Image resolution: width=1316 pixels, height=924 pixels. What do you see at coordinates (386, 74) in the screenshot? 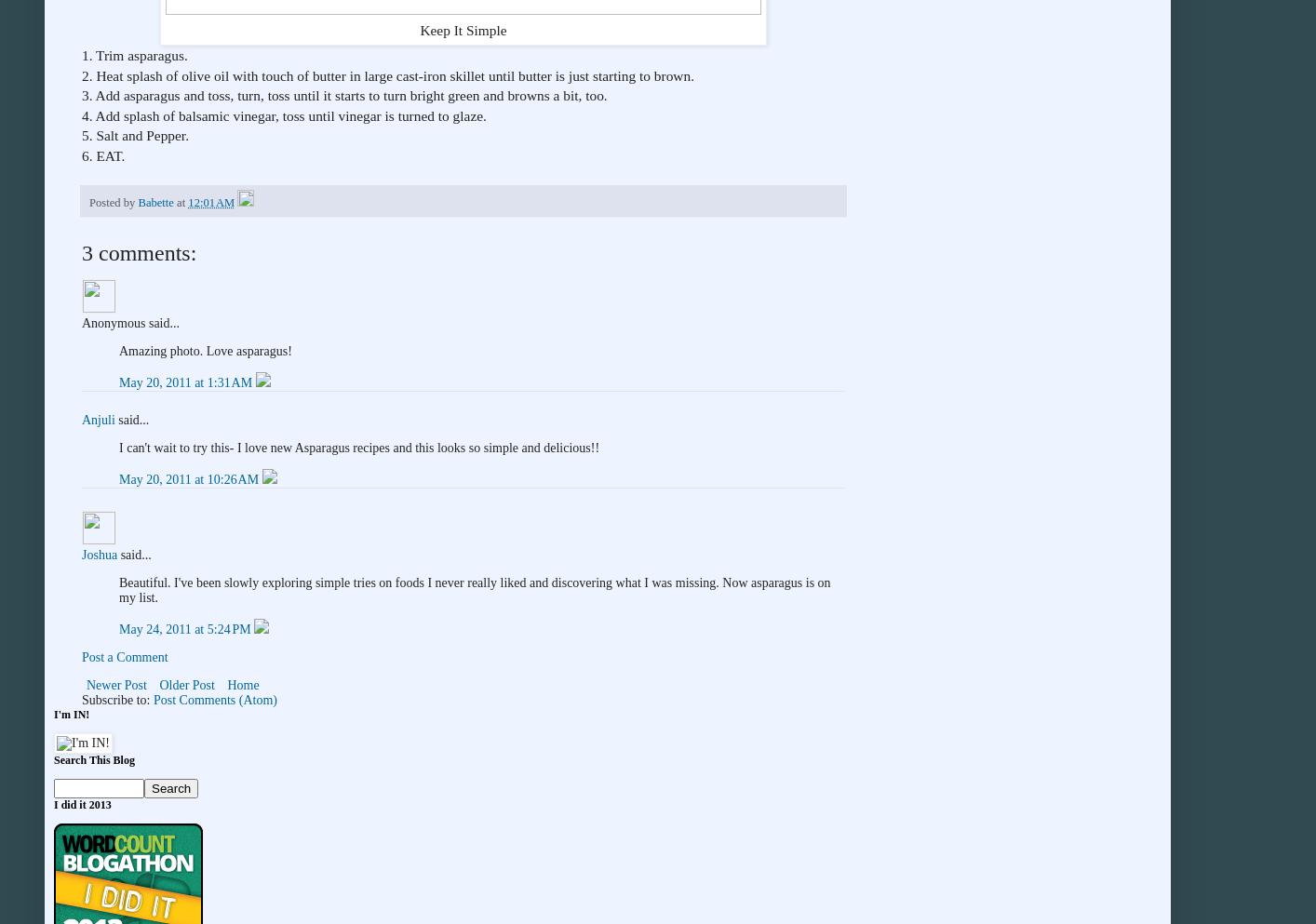
I see `'2. Heat splash of olive oil with touch of butter in large cast-iron skillet until butter is just starting to brown.'` at bounding box center [386, 74].